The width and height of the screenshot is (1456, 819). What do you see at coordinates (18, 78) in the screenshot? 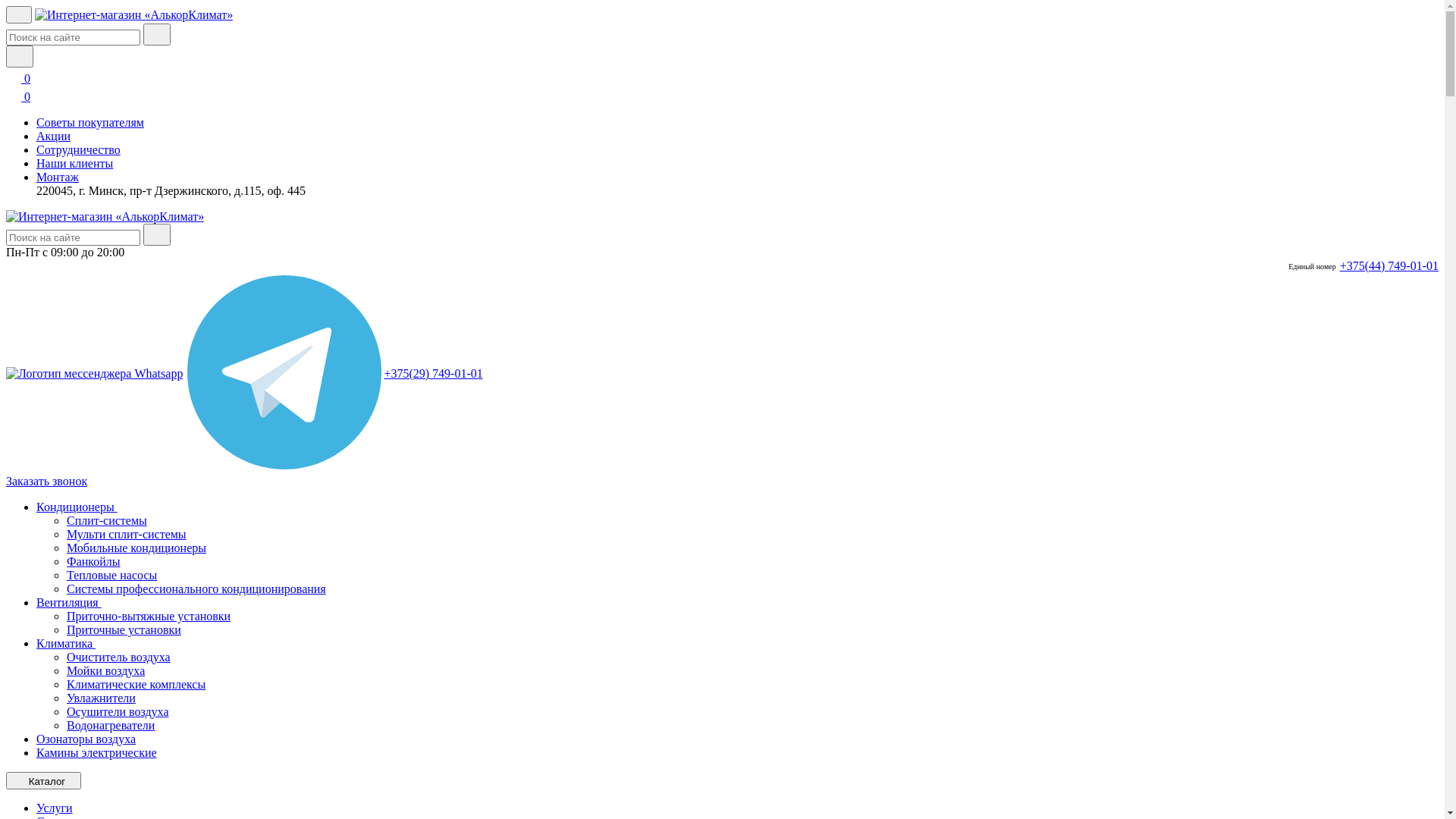
I see `'0'` at bounding box center [18, 78].